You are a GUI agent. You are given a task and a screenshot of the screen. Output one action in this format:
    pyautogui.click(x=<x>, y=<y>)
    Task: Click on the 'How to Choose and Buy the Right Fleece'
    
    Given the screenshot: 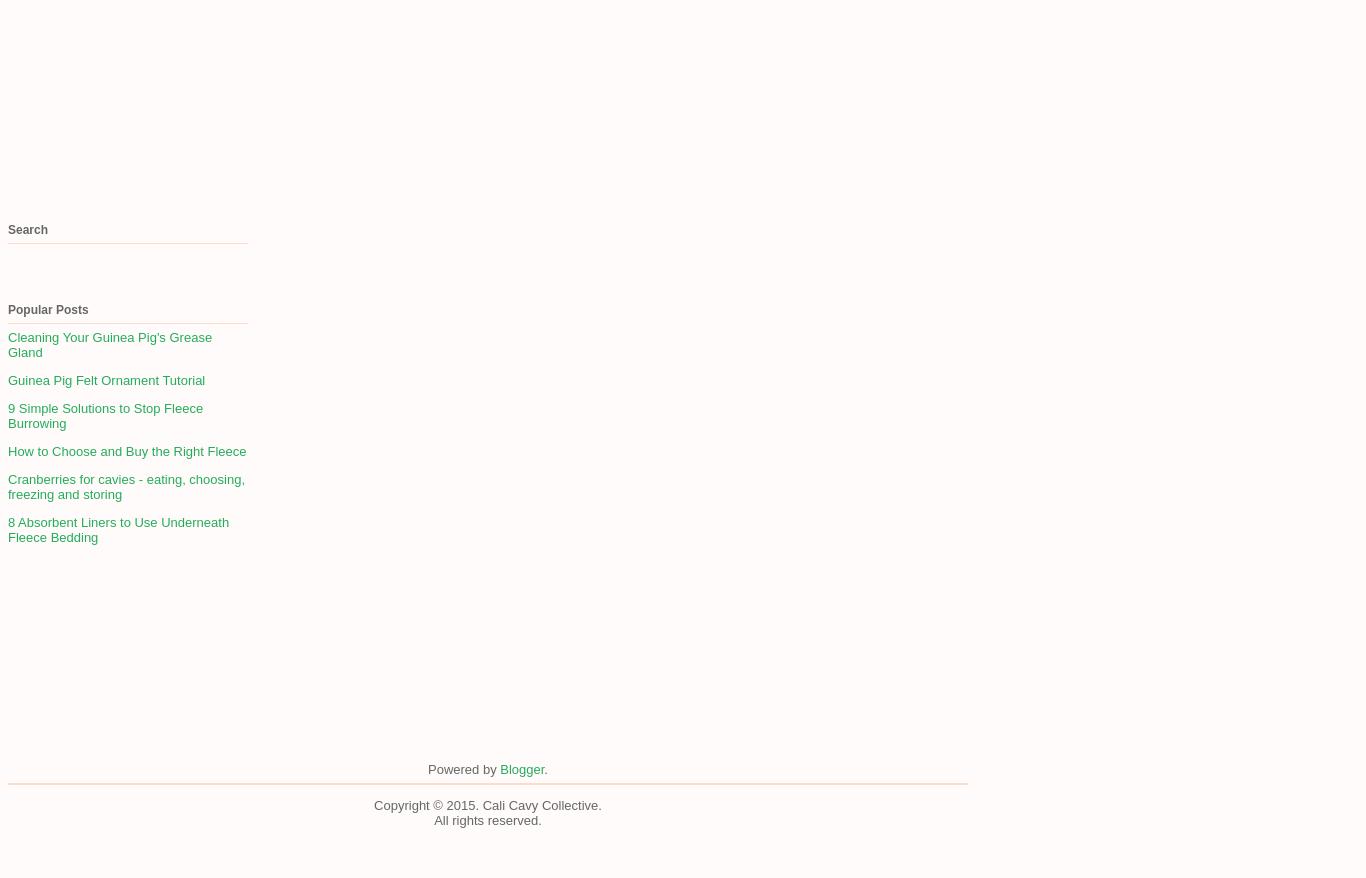 What is the action you would take?
    pyautogui.click(x=126, y=450)
    